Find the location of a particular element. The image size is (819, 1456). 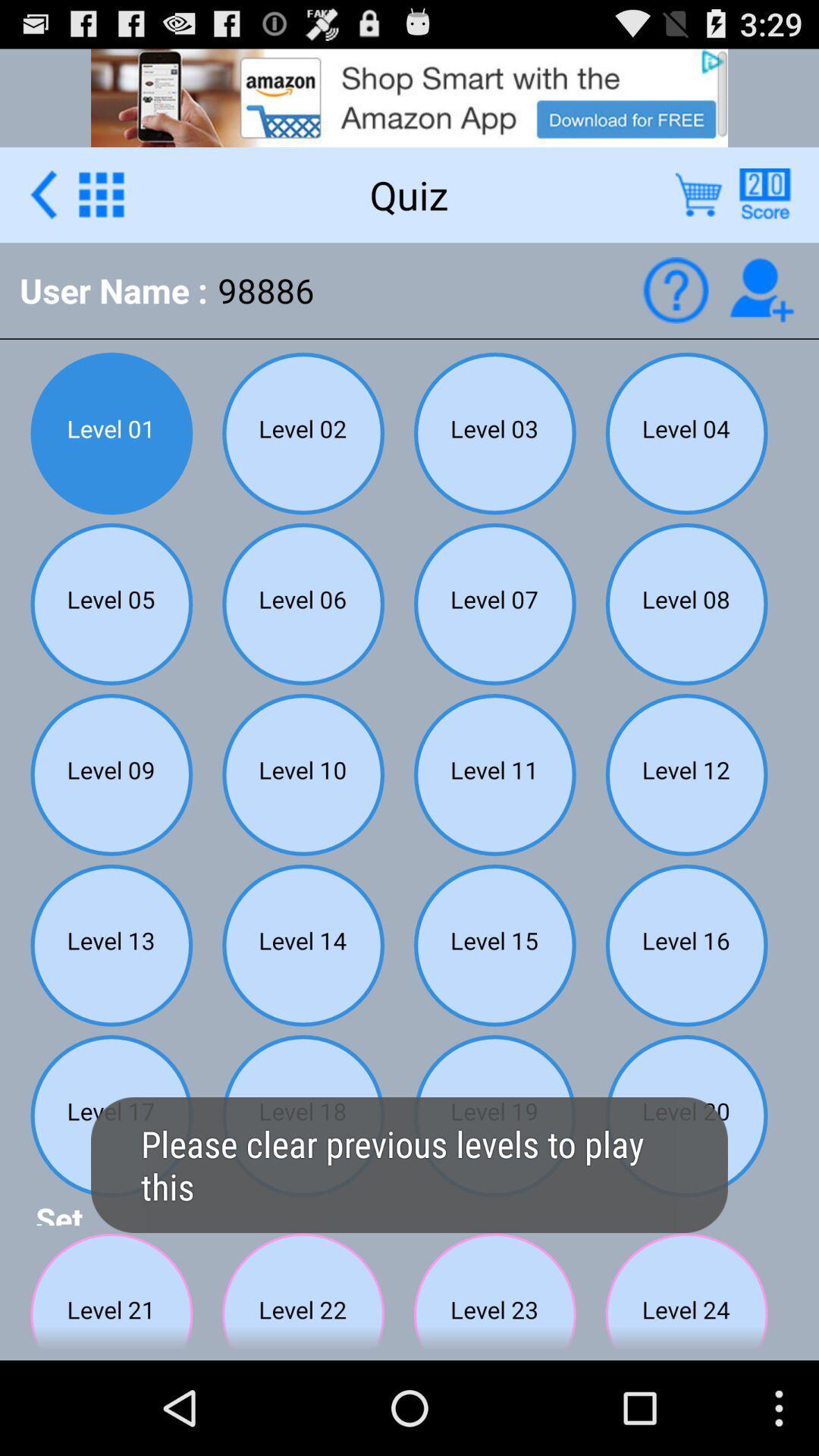

delete is located at coordinates (698, 193).